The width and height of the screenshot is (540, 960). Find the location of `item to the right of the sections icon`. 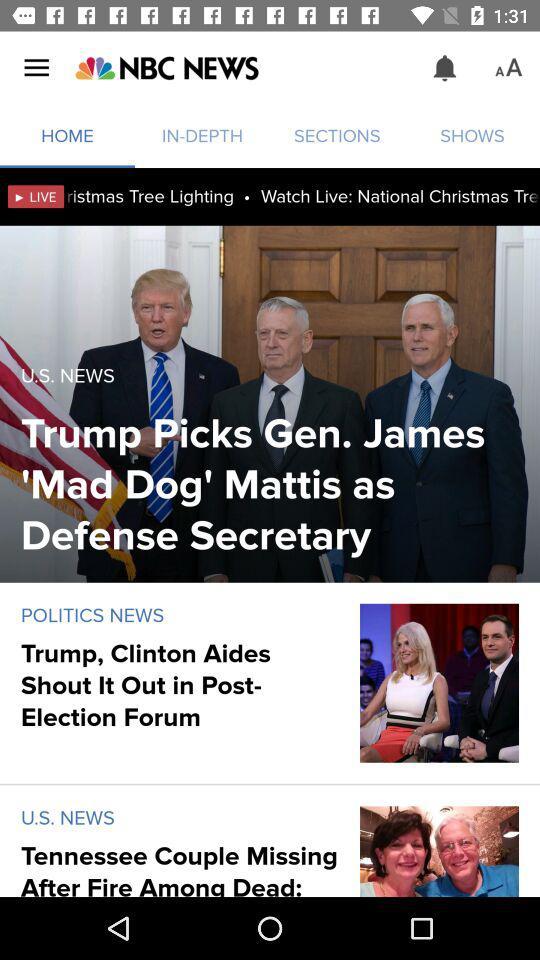

item to the right of the sections icon is located at coordinates (445, 68).